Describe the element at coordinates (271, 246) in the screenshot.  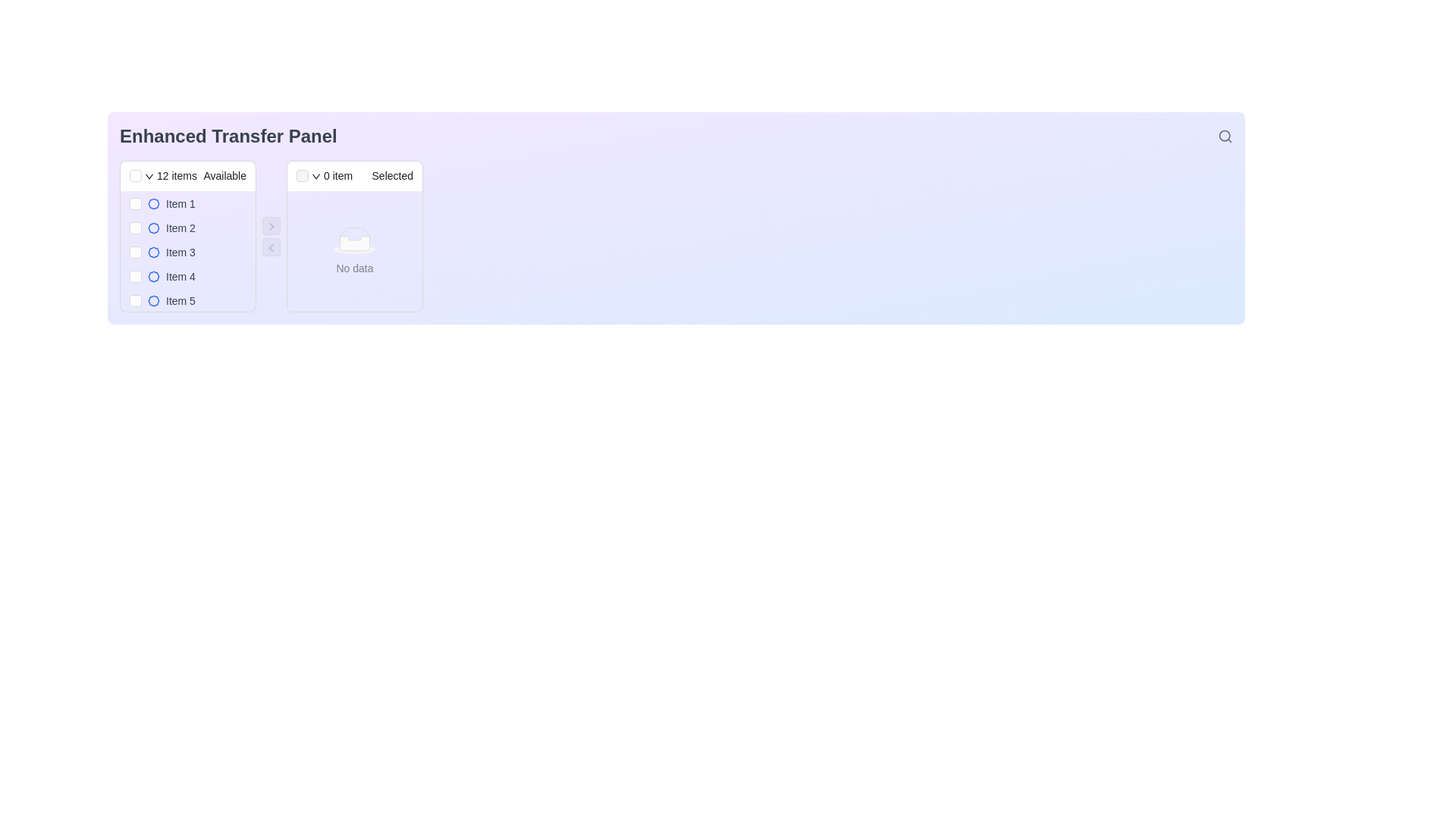
I see `the navigation button located in the center column of the interface, positioned to the left of the right-pointing arrow control button` at that location.